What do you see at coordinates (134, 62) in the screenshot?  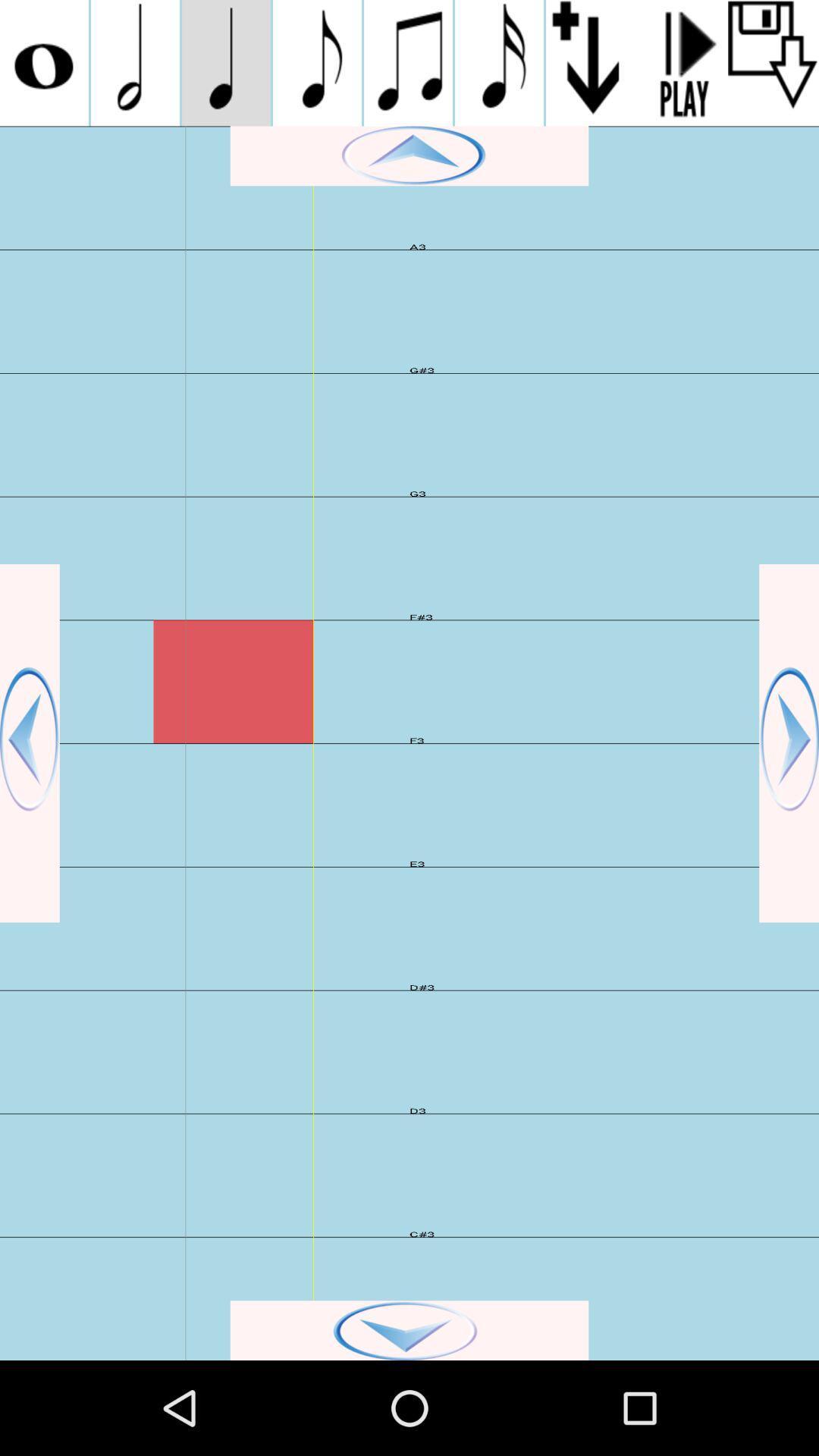 I see `half note` at bounding box center [134, 62].